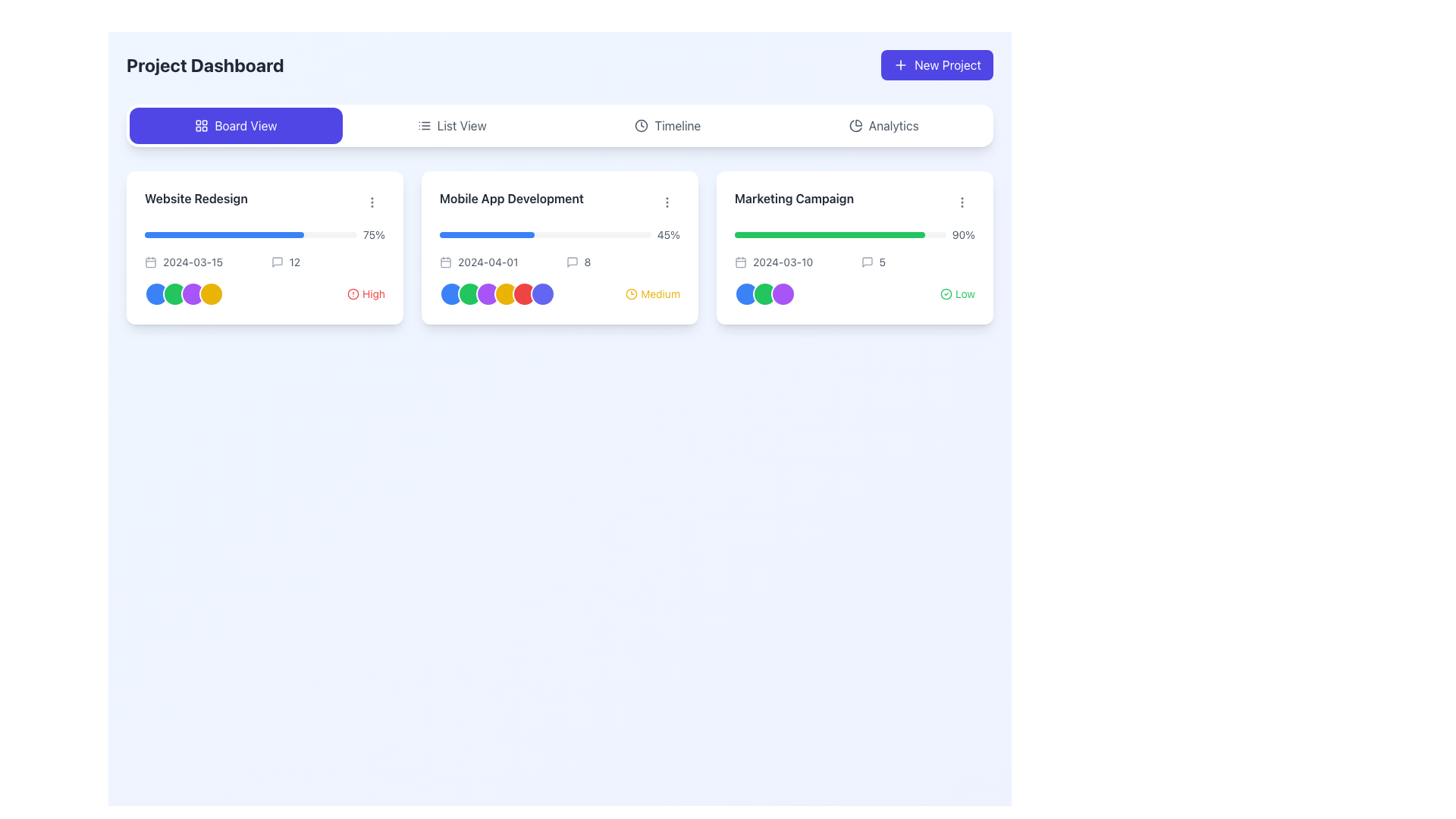 The width and height of the screenshot is (1456, 819). I want to click on the visual indicator of the progress bar for the 'Mobile App Development' project to estimate its completion percentage, so click(559, 234).